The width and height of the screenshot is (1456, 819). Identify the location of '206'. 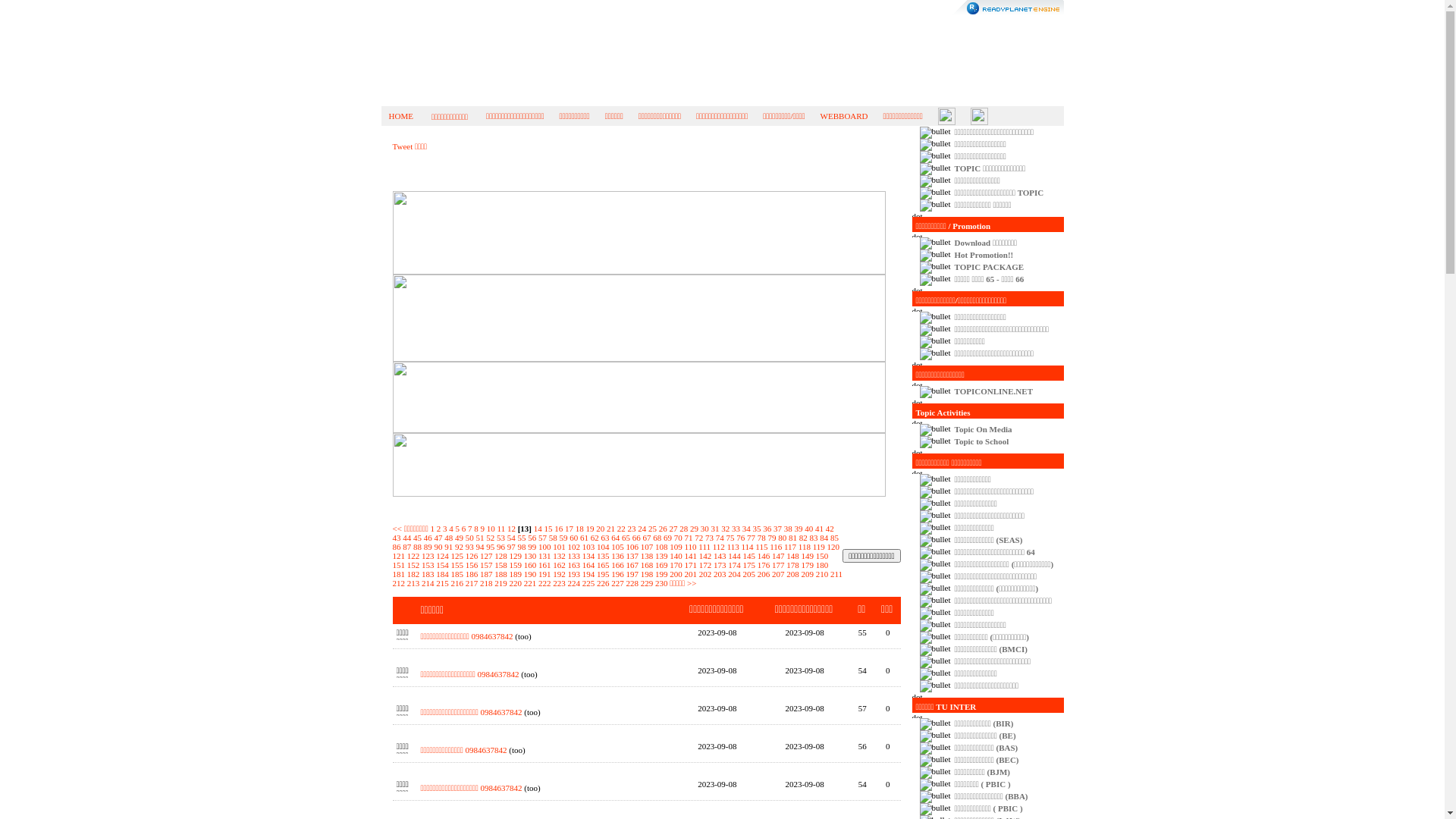
(764, 573).